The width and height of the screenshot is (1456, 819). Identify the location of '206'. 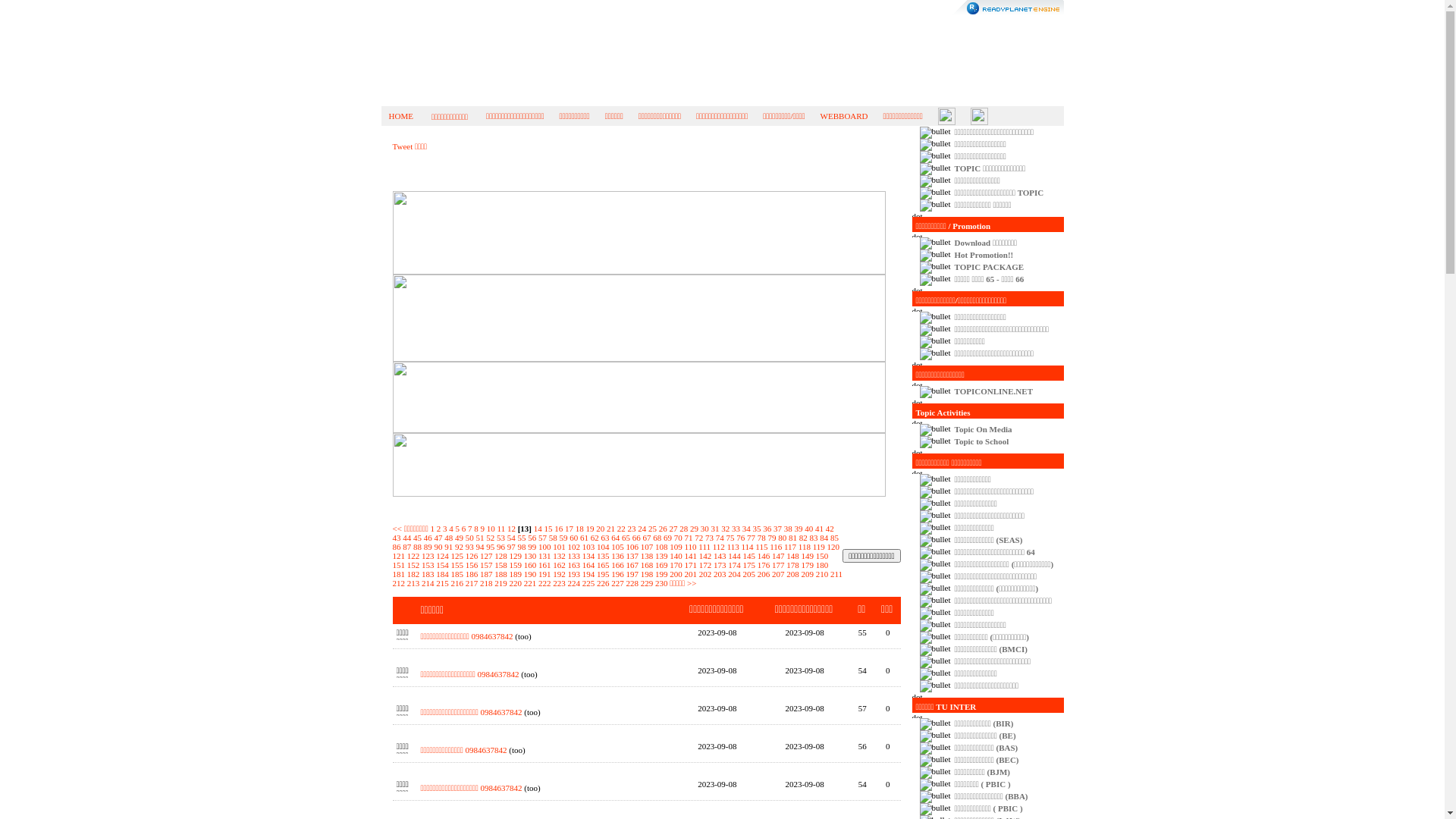
(764, 573).